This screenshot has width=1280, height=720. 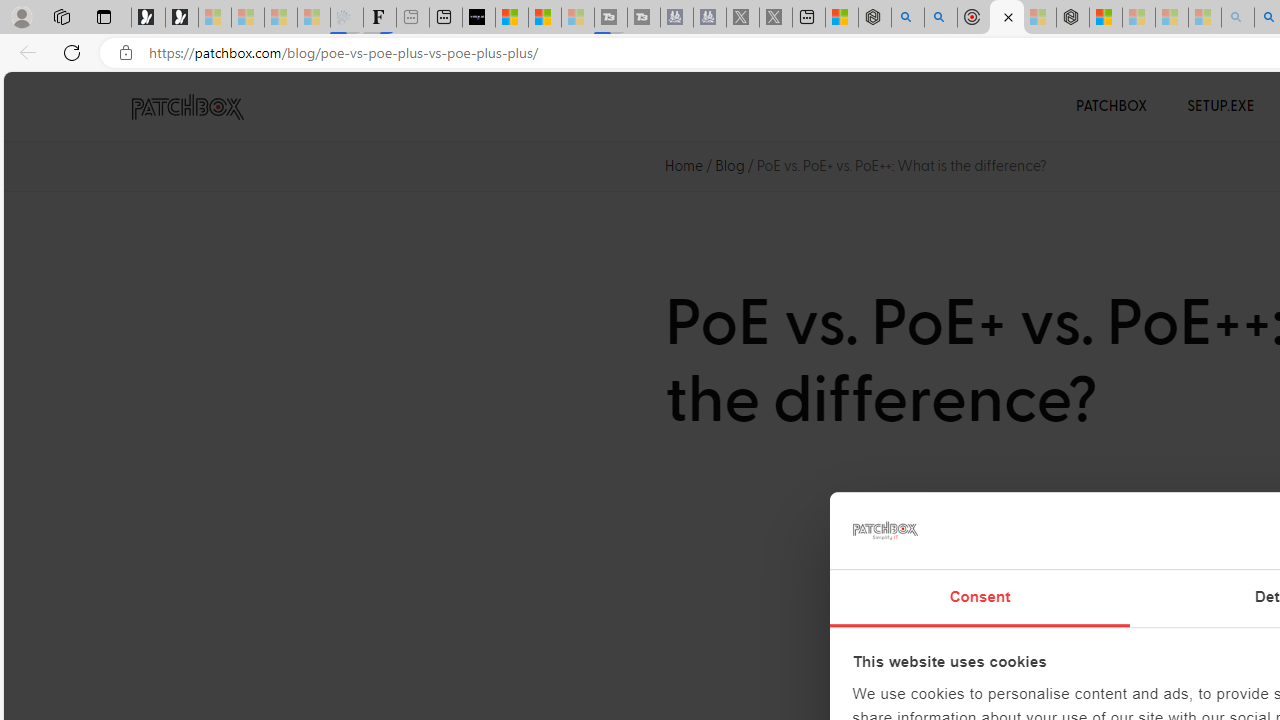 I want to click on 'poe ++ standard - Search', so click(x=940, y=17).